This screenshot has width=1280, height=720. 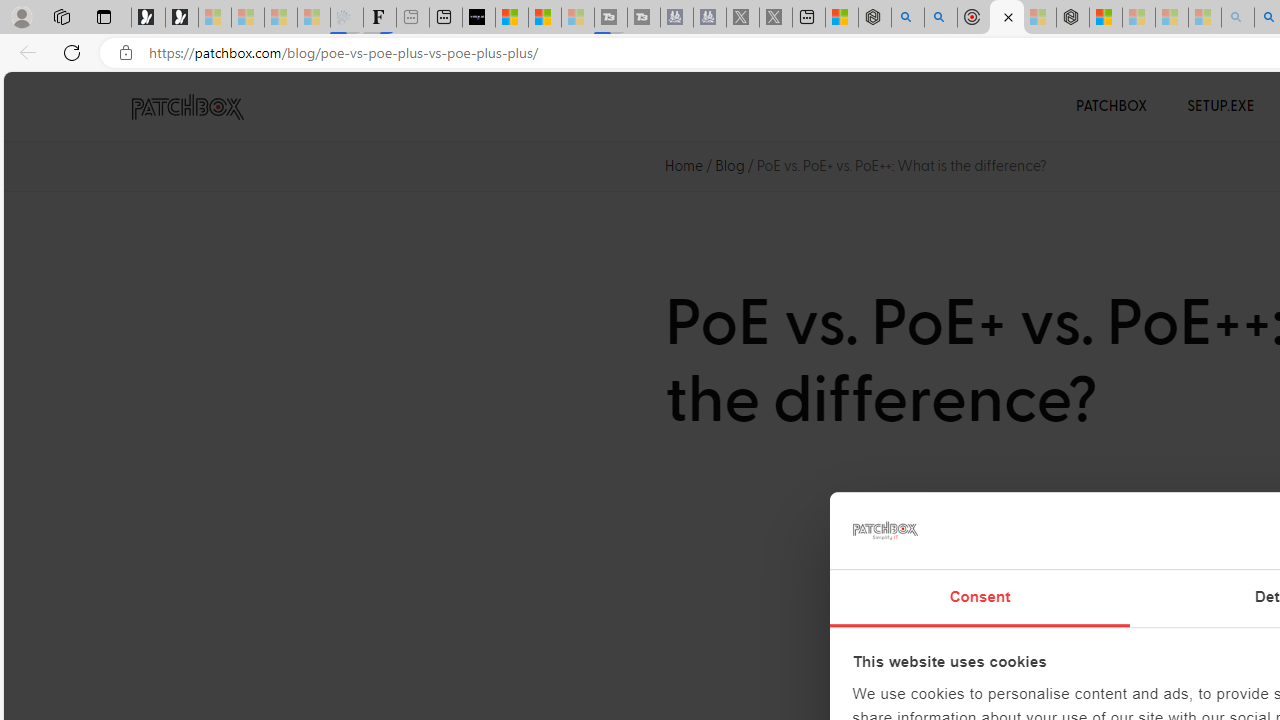 I want to click on 'poe ++ standard - Search', so click(x=940, y=17).